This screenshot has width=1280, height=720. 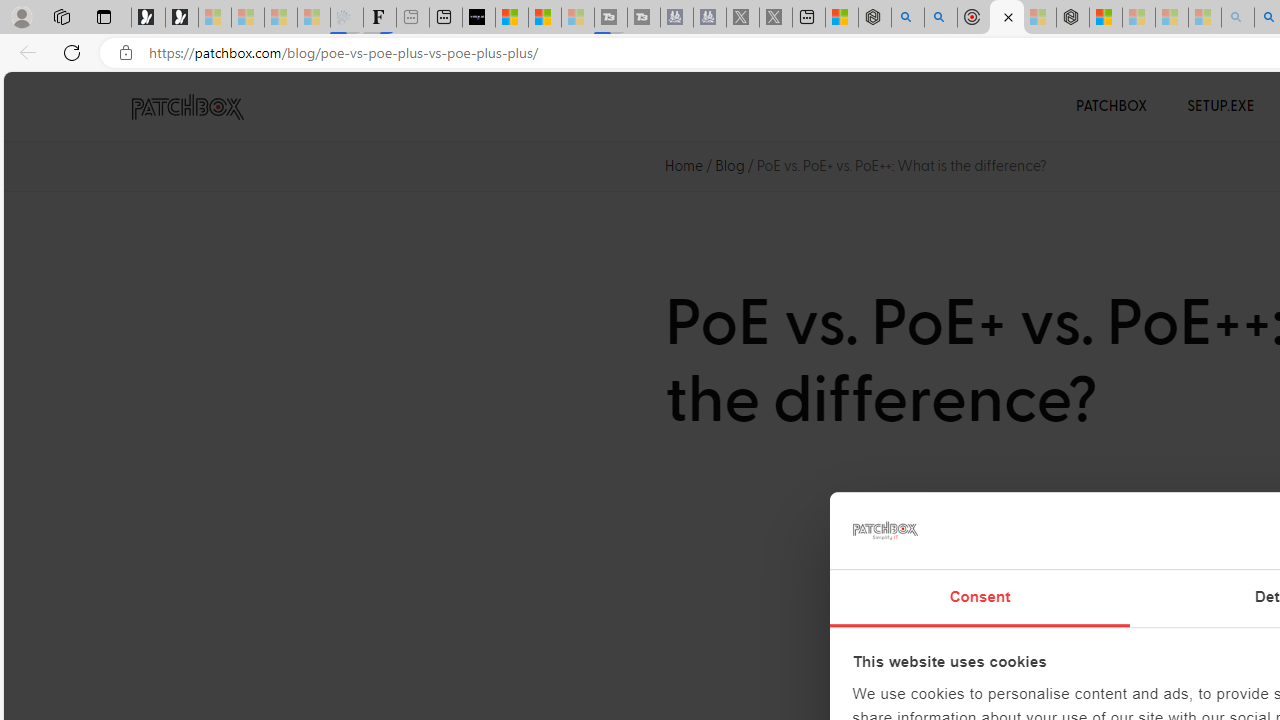 I want to click on 'poe ++ standard - Search', so click(x=940, y=17).